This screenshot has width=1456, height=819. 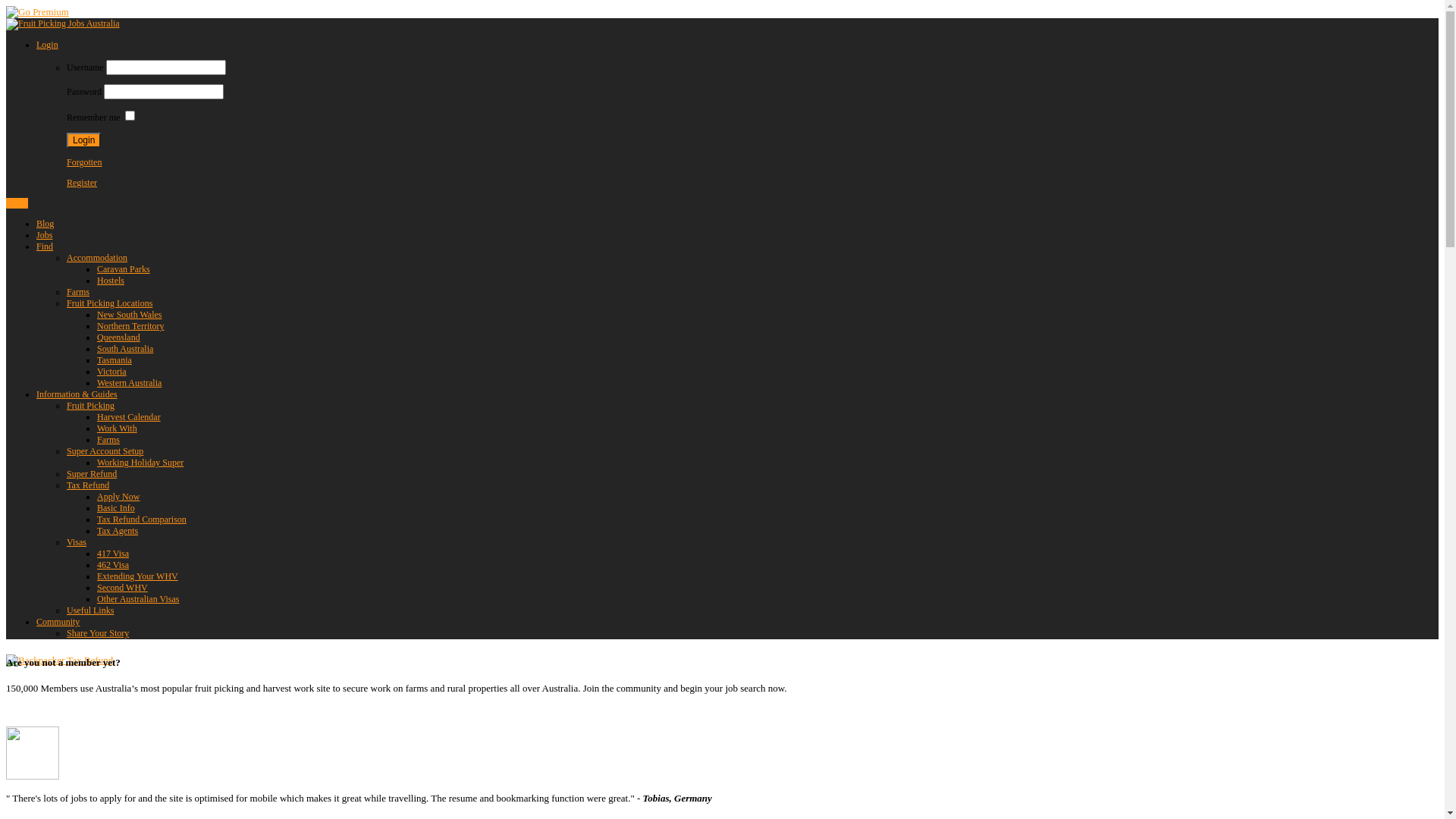 What do you see at coordinates (138, 598) in the screenshot?
I see `'Other Australian Visas'` at bounding box center [138, 598].